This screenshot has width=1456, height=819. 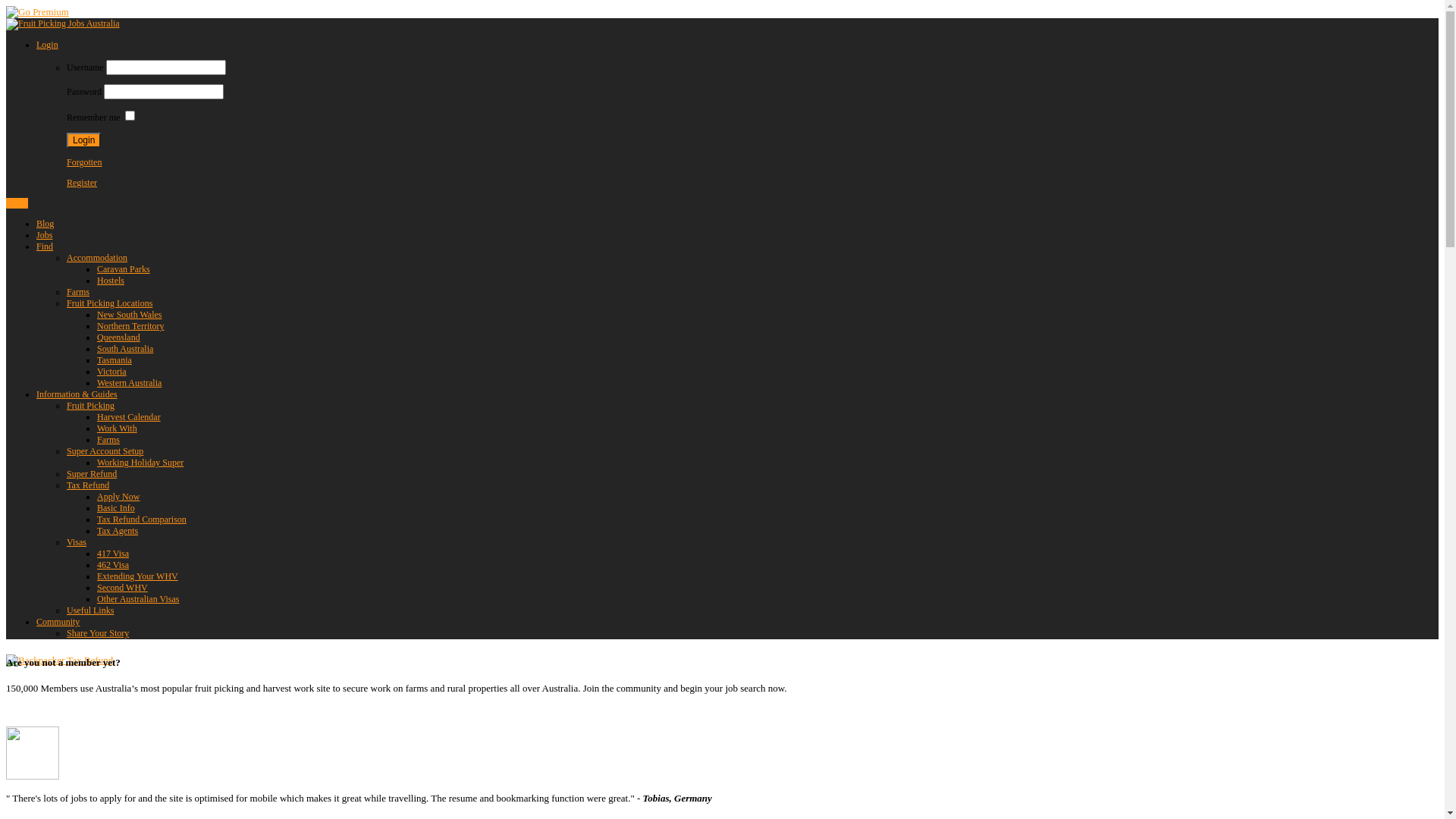 What do you see at coordinates (138, 598) in the screenshot?
I see `'Other Australian Visas'` at bounding box center [138, 598].